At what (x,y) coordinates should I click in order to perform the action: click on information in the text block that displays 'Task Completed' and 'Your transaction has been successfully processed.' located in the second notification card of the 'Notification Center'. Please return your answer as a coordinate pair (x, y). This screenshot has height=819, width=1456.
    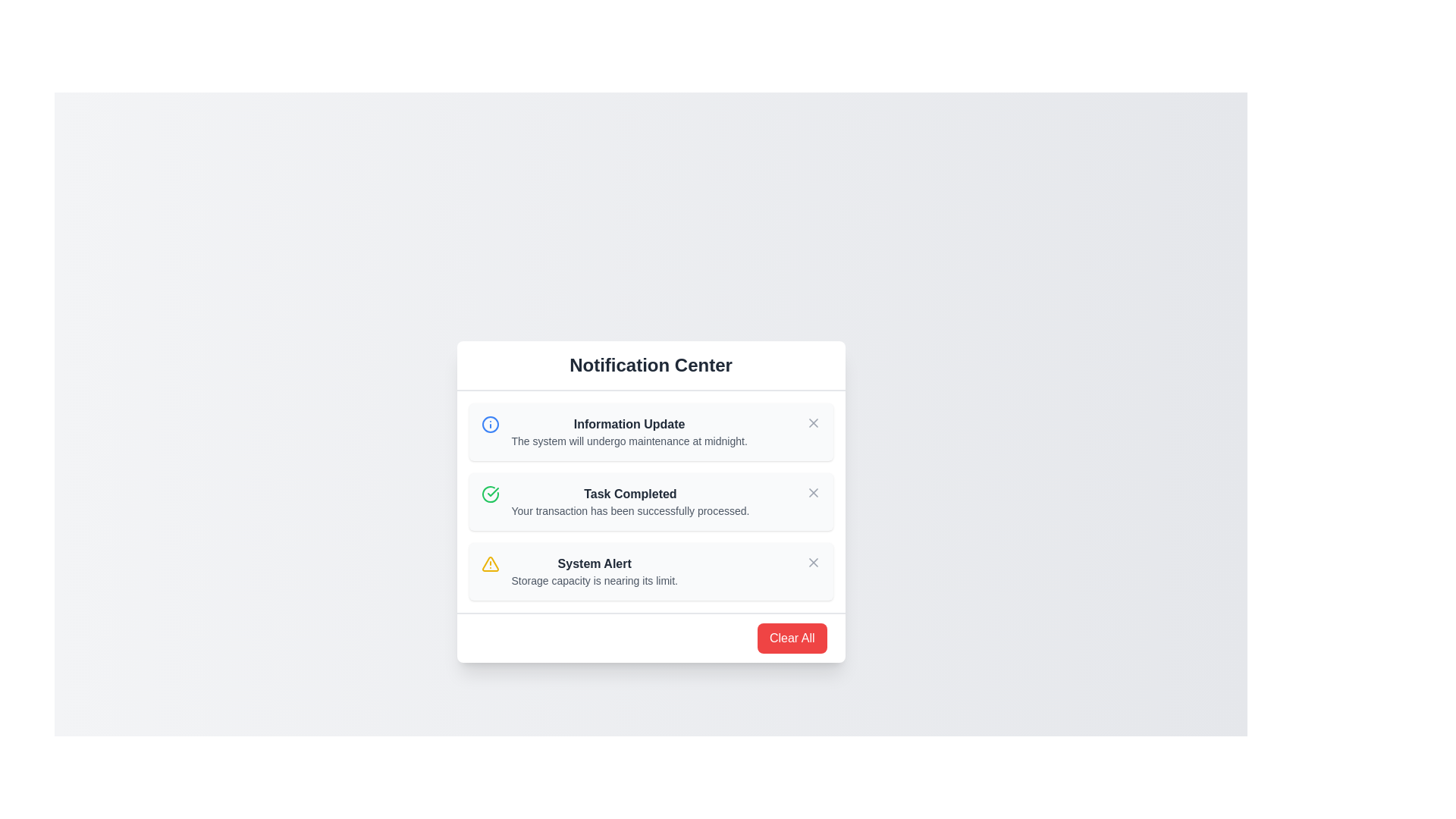
    Looking at the image, I should click on (630, 502).